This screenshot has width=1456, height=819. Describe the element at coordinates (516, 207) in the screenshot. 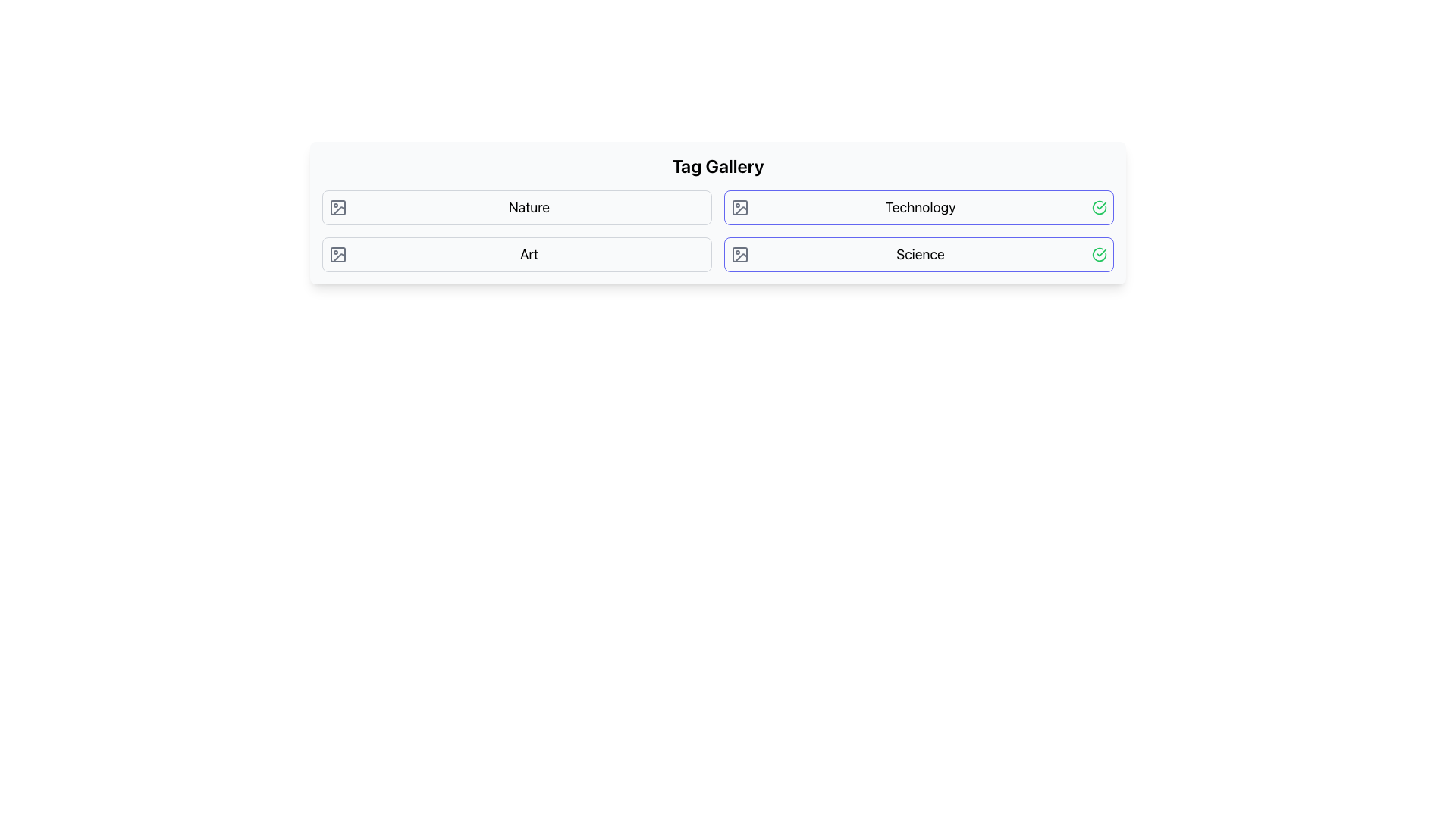

I see `the 'Nature' button, which is a horizontally rectangular button with a border and an image thumbnail icon on the left, located in the top-left of the grid under the 'Tag Gallery' title` at that location.